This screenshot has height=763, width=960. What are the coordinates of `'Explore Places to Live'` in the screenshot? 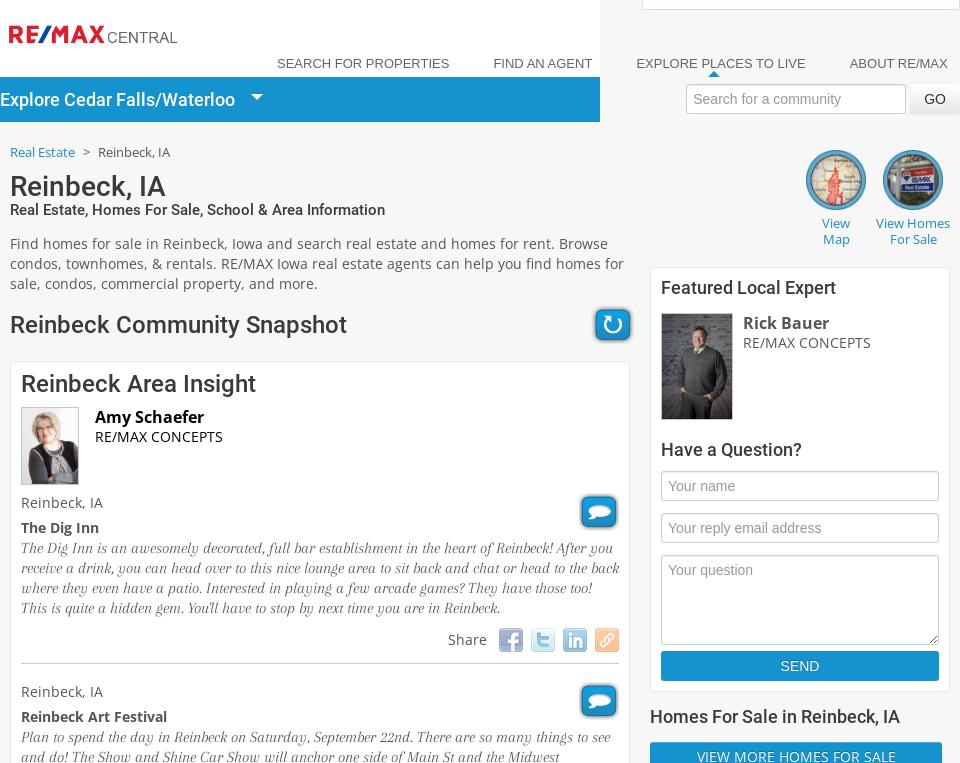 It's located at (720, 63).